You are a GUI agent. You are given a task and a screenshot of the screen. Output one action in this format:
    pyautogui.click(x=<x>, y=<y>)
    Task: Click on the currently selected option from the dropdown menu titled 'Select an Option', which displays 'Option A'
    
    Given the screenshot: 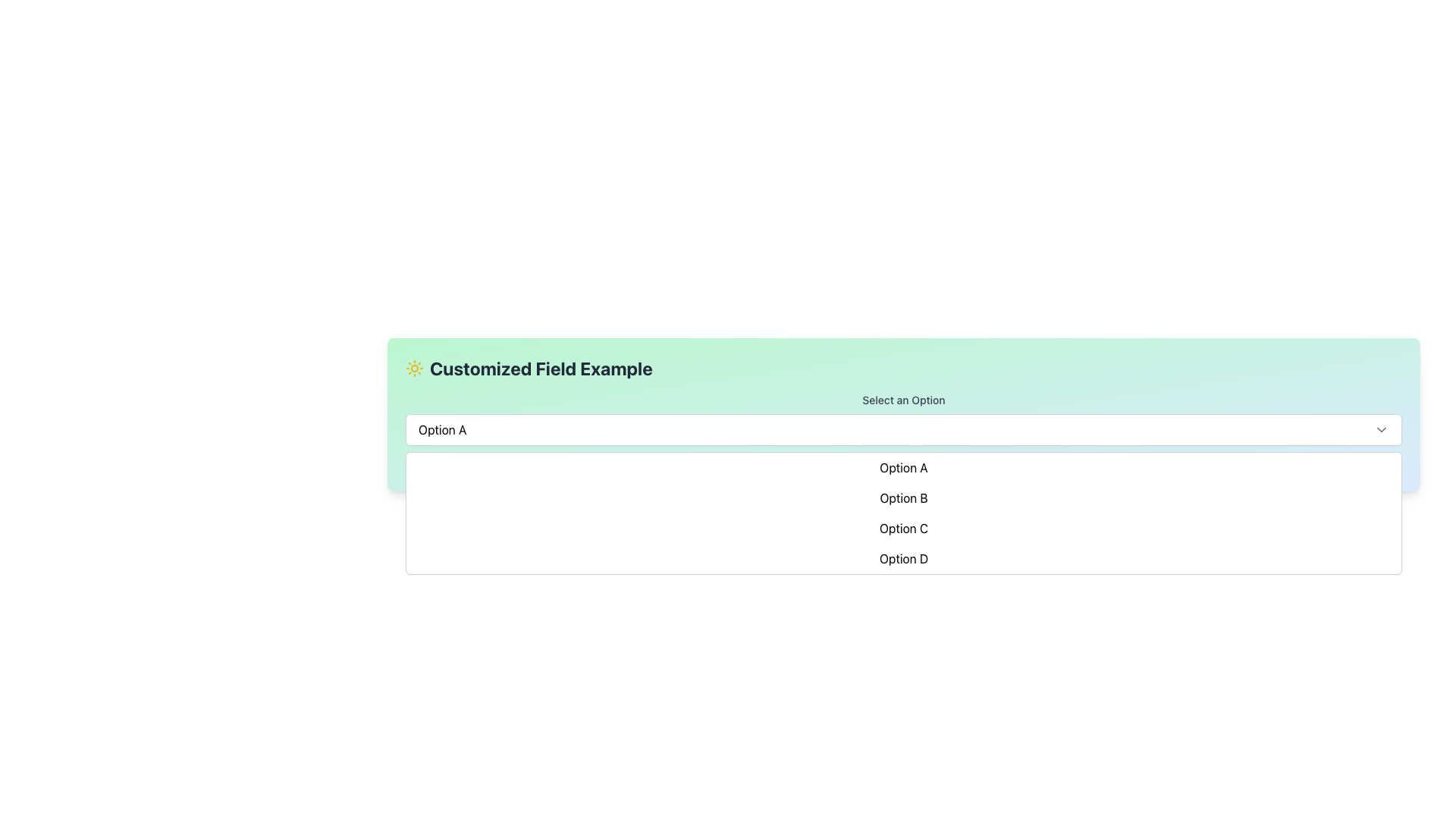 What is the action you would take?
    pyautogui.click(x=903, y=430)
    